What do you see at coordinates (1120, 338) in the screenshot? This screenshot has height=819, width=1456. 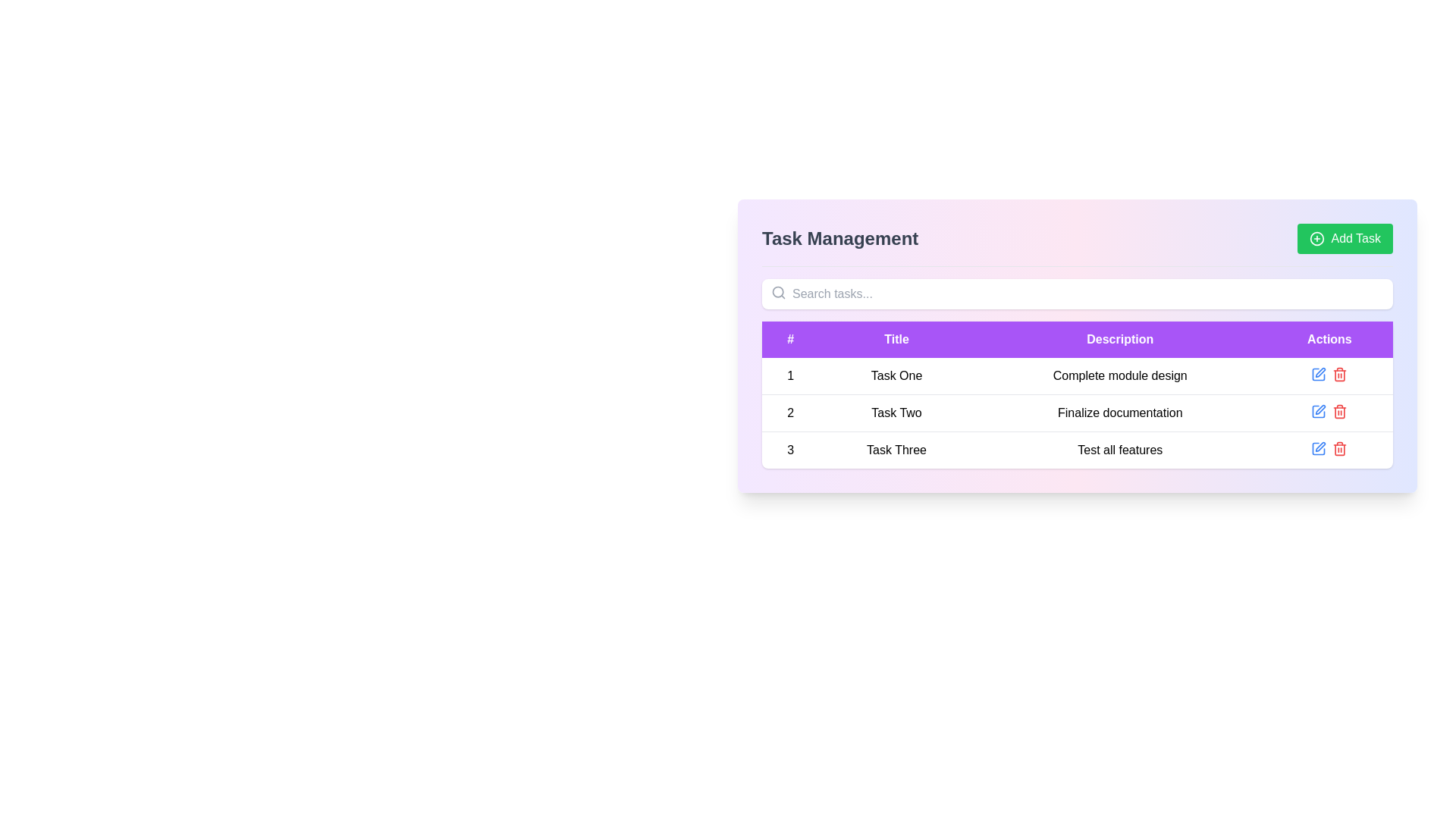 I see `text of the header label indicating the descriptions for items in the table, located between the 'Title' and 'Actions' columns` at bounding box center [1120, 338].